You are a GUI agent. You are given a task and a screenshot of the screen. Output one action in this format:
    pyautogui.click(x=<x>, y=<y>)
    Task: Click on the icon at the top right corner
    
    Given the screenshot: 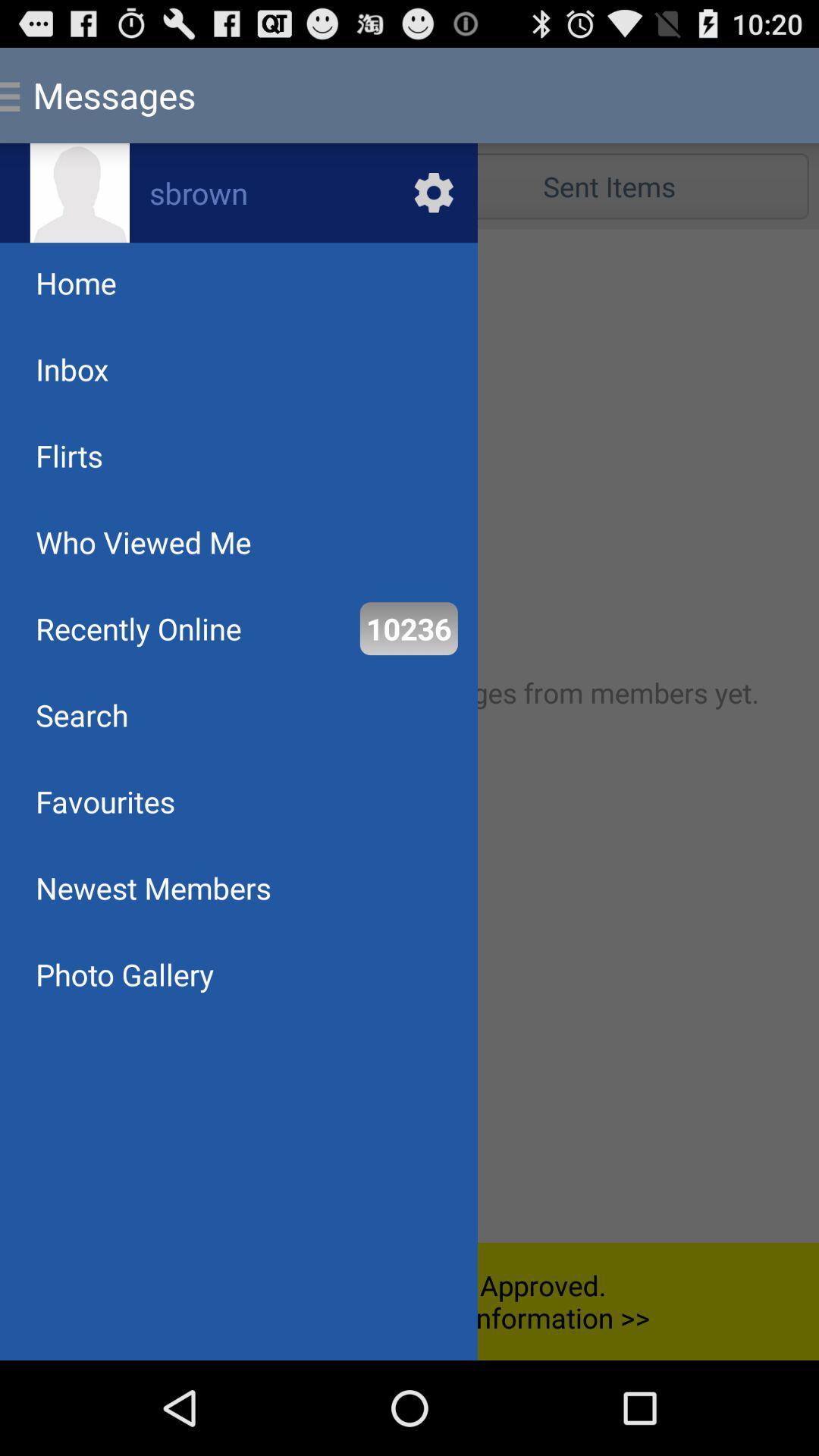 What is the action you would take?
    pyautogui.click(x=608, y=185)
    